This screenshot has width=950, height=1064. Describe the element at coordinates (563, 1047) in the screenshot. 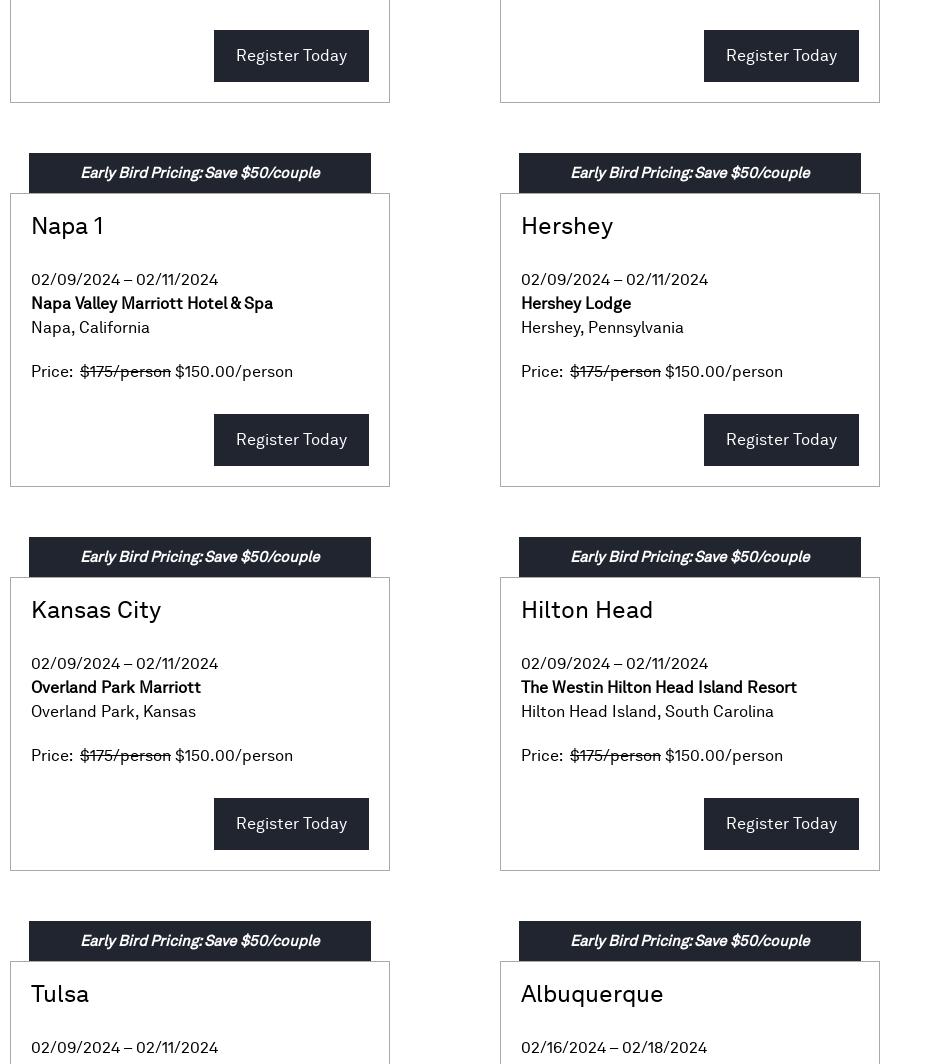

I see `'02/16/2024'` at that location.